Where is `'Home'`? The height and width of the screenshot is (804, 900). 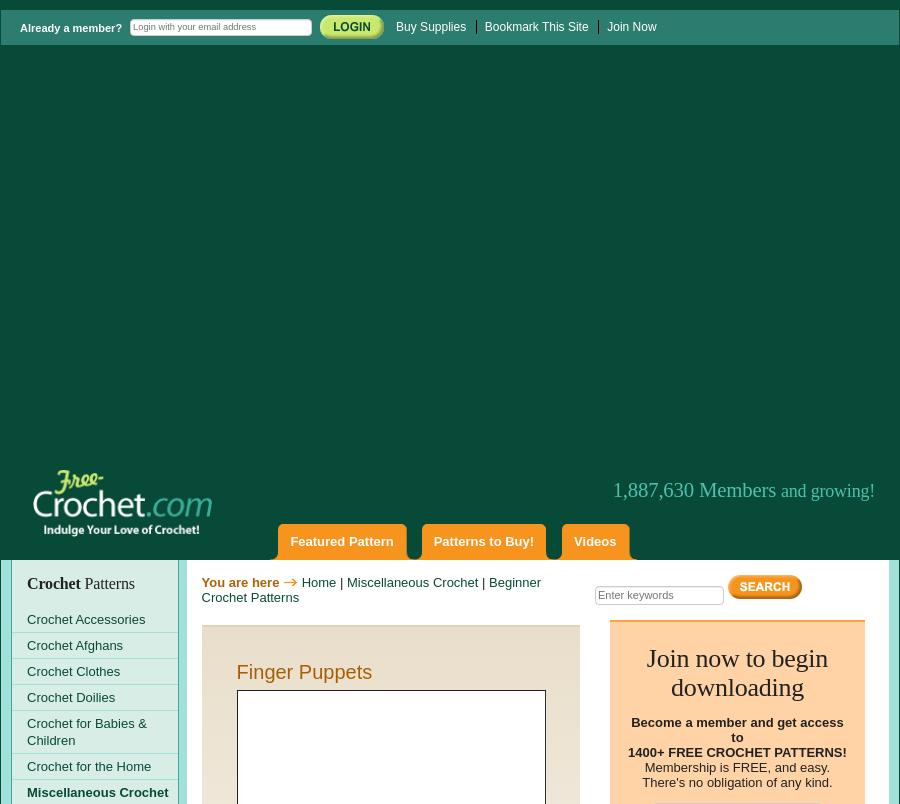
'Home' is located at coordinates (317, 580).